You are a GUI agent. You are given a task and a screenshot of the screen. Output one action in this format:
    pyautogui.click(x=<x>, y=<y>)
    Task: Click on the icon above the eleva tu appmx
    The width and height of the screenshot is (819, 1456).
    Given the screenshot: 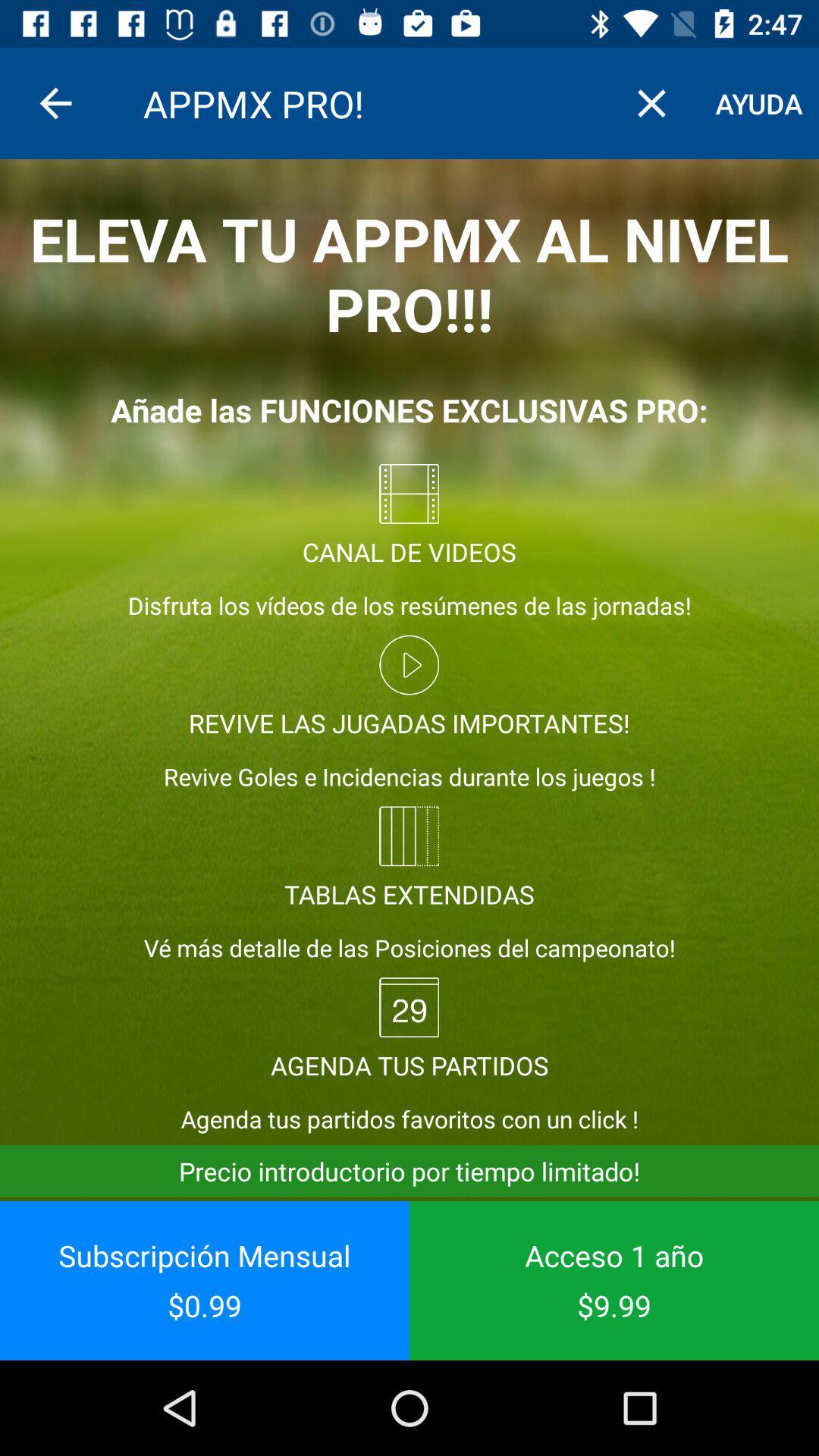 What is the action you would take?
    pyautogui.click(x=759, y=102)
    